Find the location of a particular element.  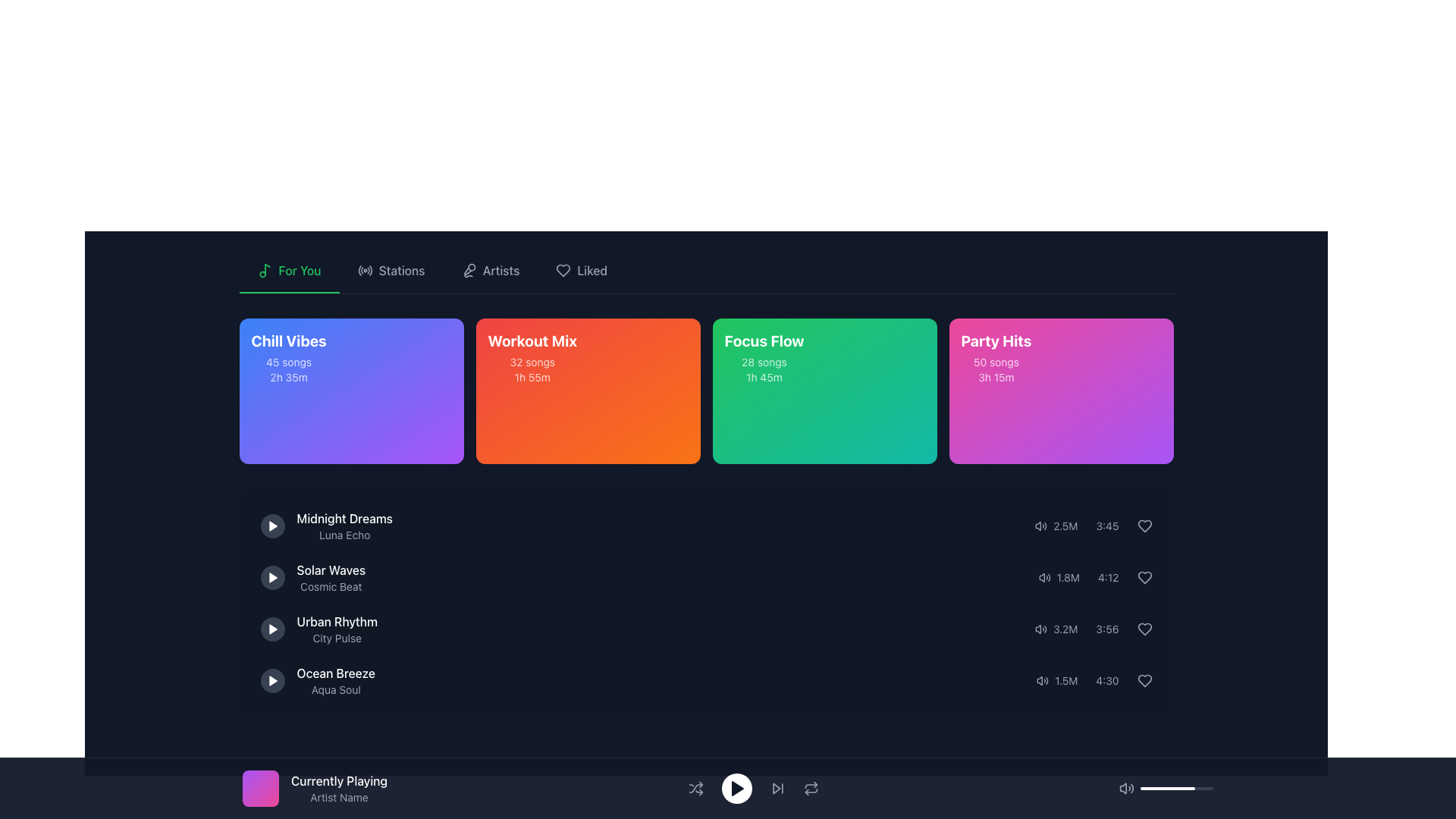

the text display showing 'Artist Name' located below the 'Currently Playing' text in the bottom bar of the interface is located at coordinates (338, 797).